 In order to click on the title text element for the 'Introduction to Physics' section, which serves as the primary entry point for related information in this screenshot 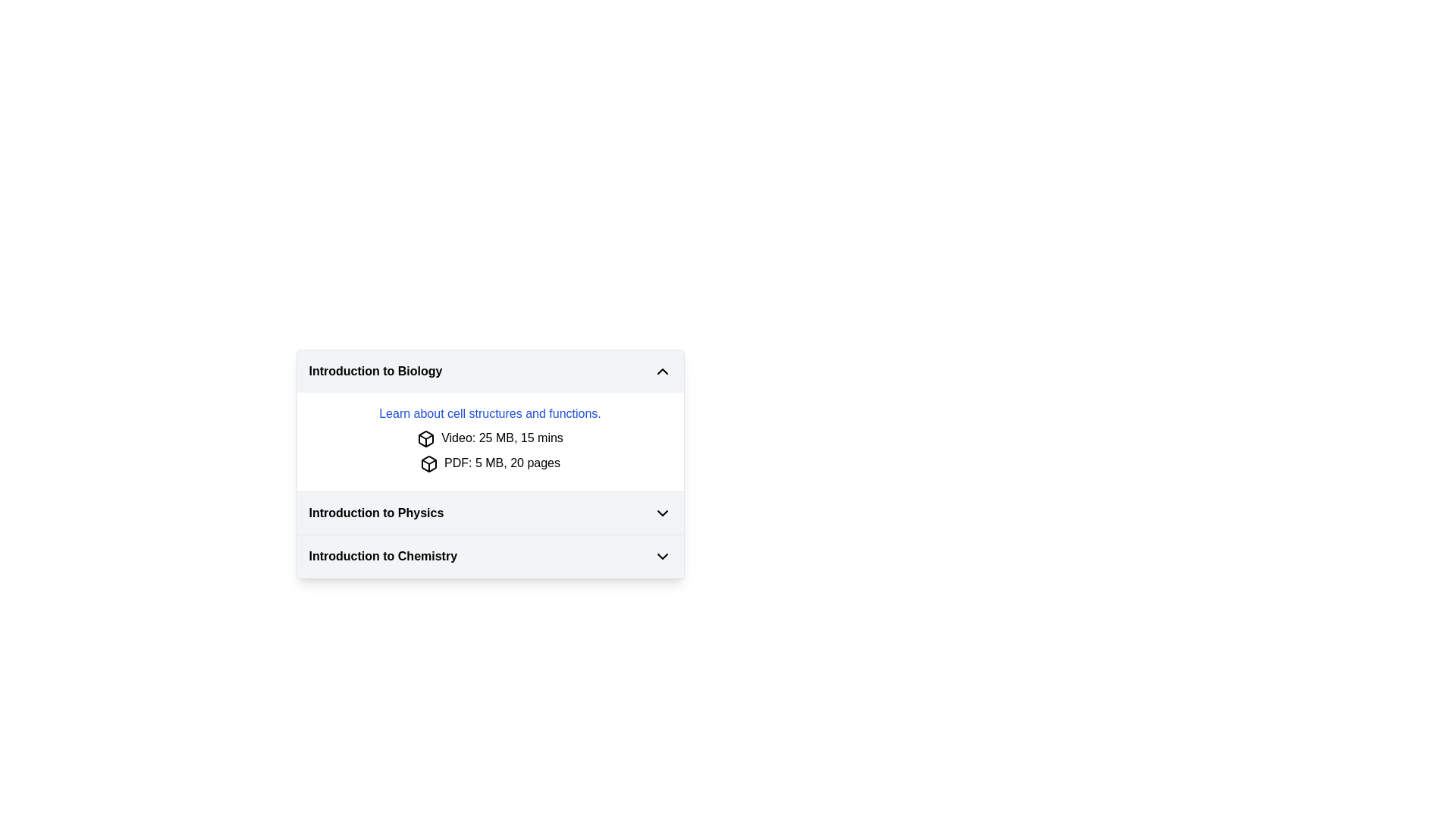, I will do `click(376, 512)`.